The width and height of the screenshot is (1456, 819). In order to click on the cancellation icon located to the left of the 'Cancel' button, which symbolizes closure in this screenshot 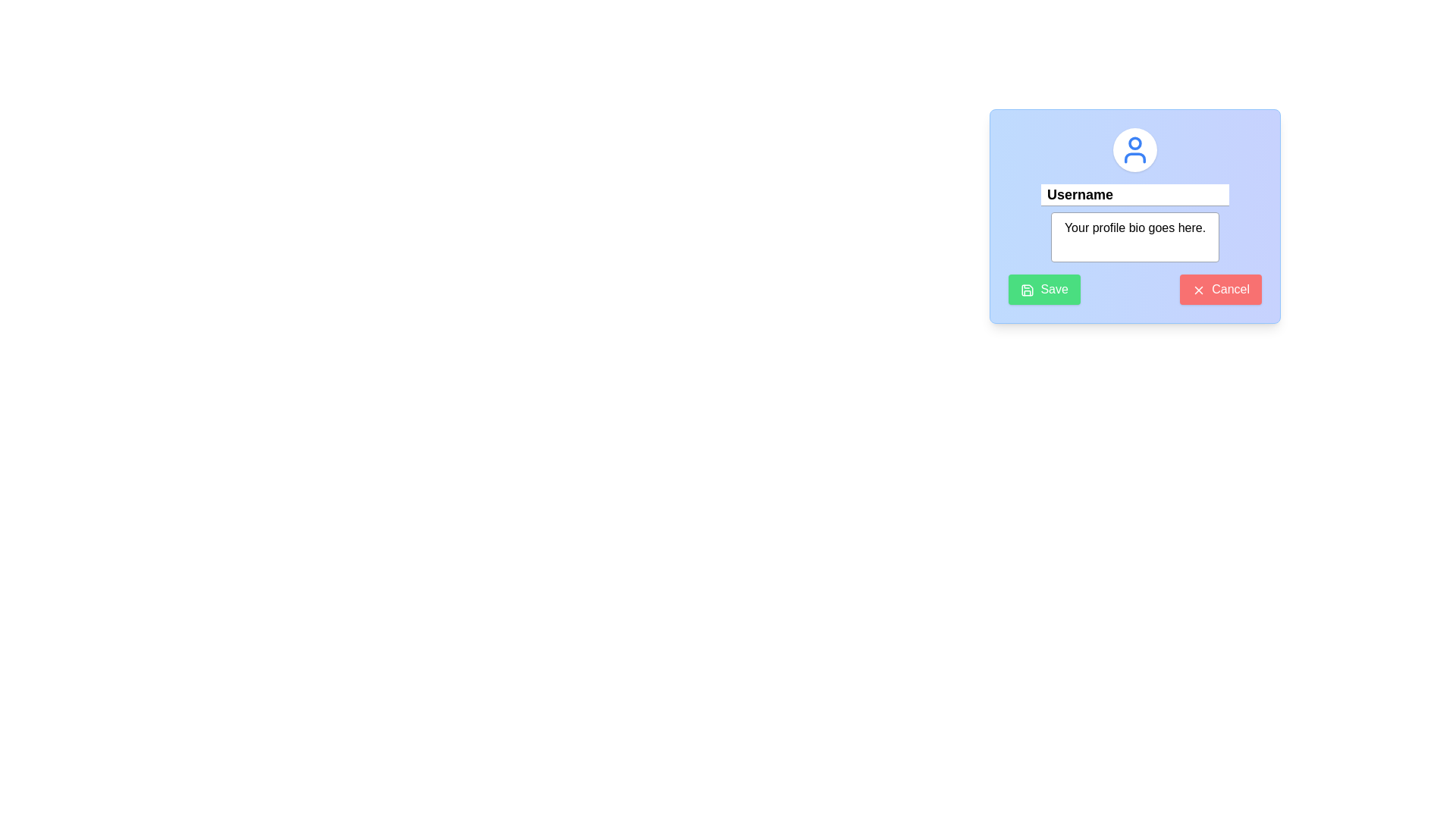, I will do `click(1197, 290)`.